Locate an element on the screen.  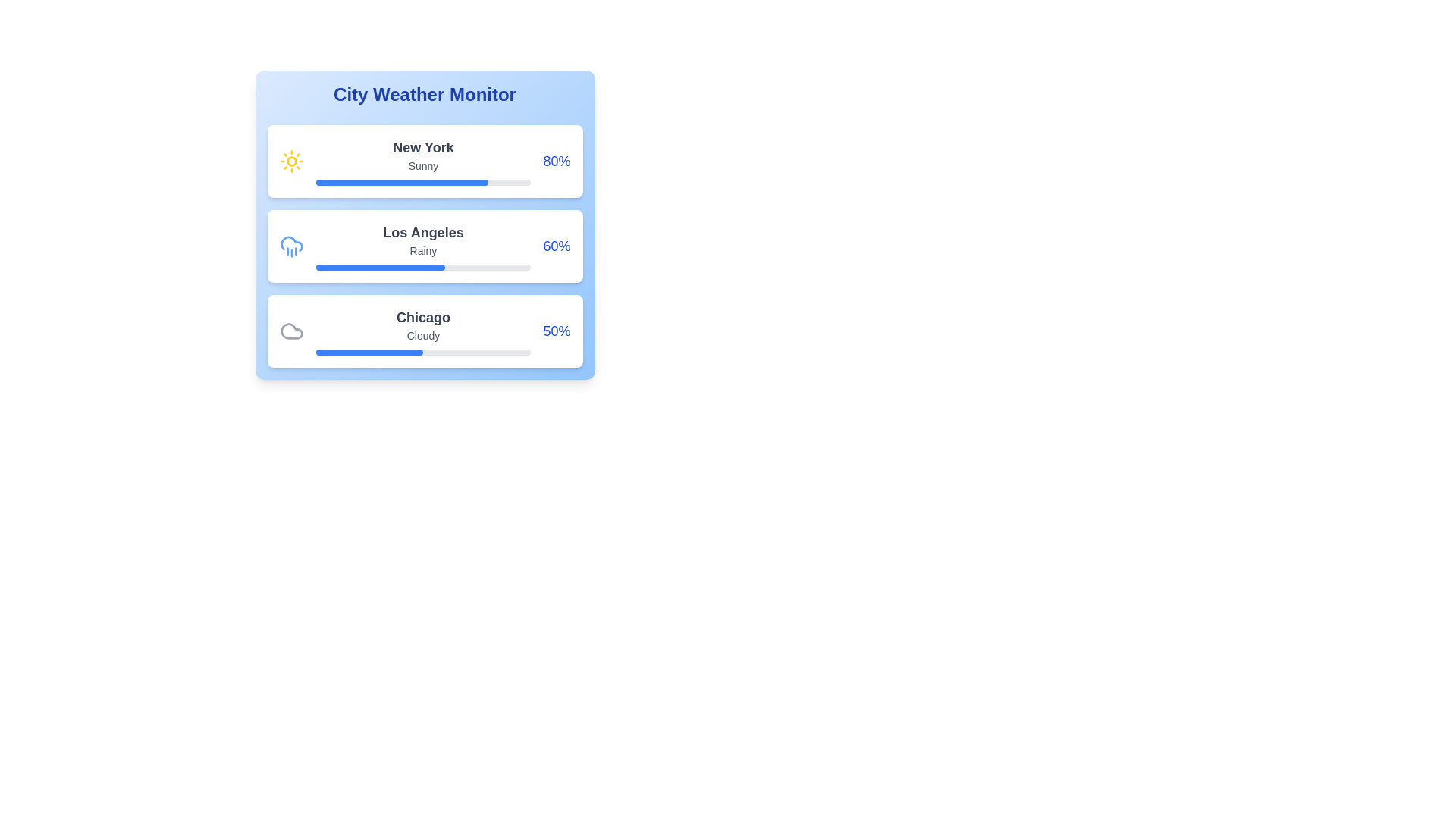
text displayed in the blue font that shows '80%' within the New York weather card is located at coordinates (556, 161).